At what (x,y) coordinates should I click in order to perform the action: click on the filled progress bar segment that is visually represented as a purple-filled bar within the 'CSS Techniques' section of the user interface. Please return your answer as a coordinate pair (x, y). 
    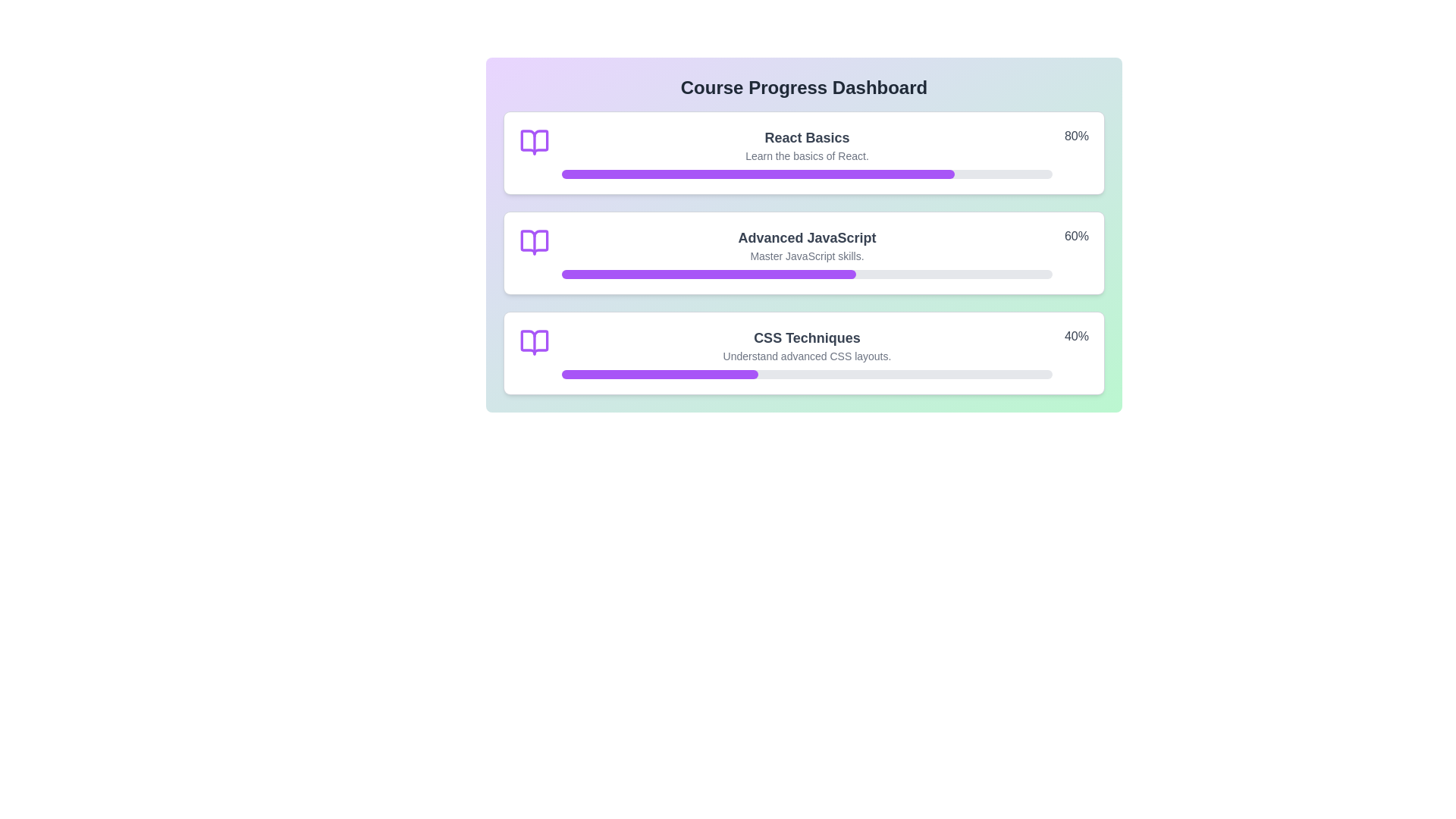
    Looking at the image, I should click on (660, 374).